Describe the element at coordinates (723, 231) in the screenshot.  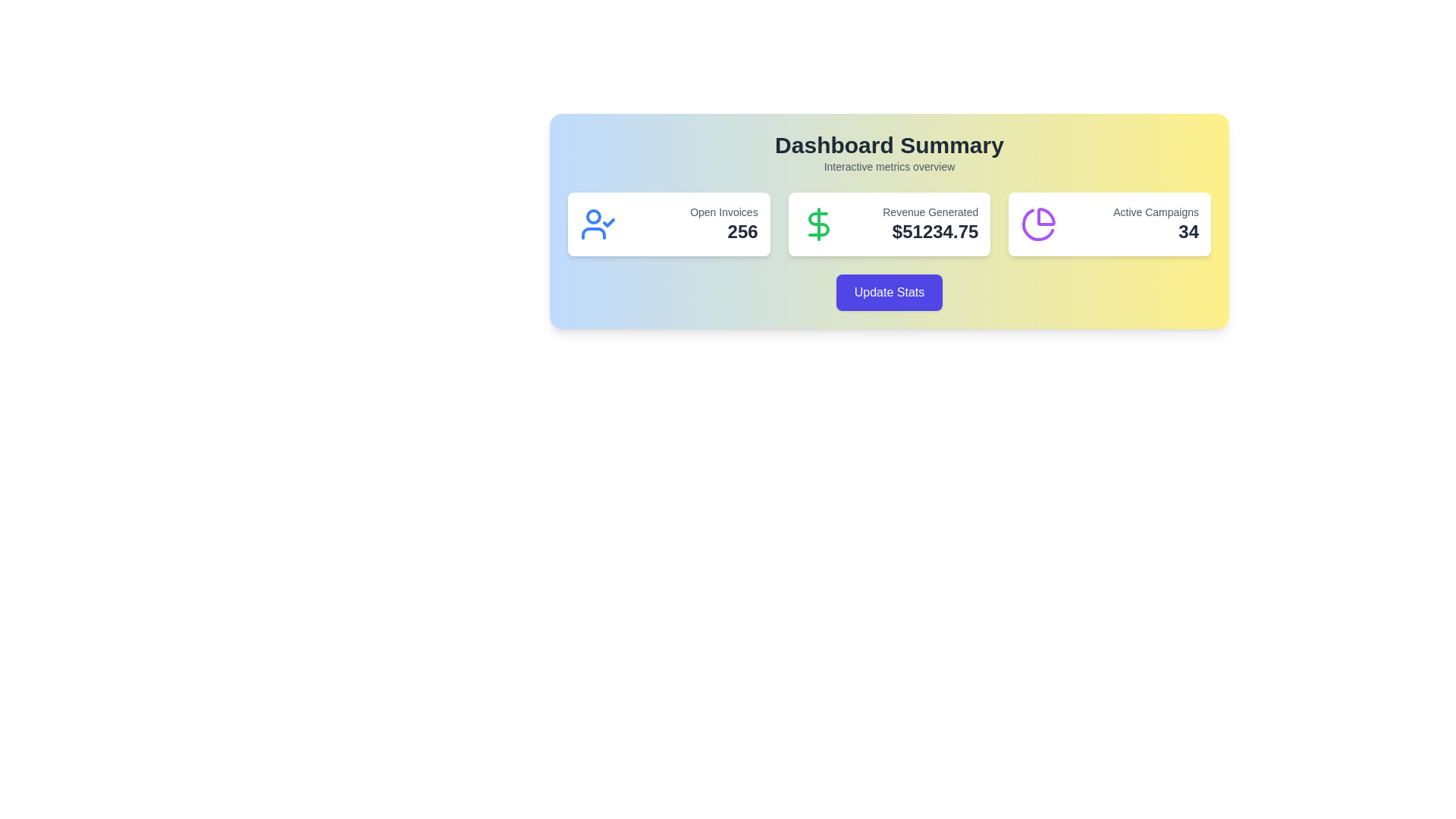
I see `the bold number '256' displayed in large dark gray text, located in the top-left card beneath 'Open Invoices'` at that location.